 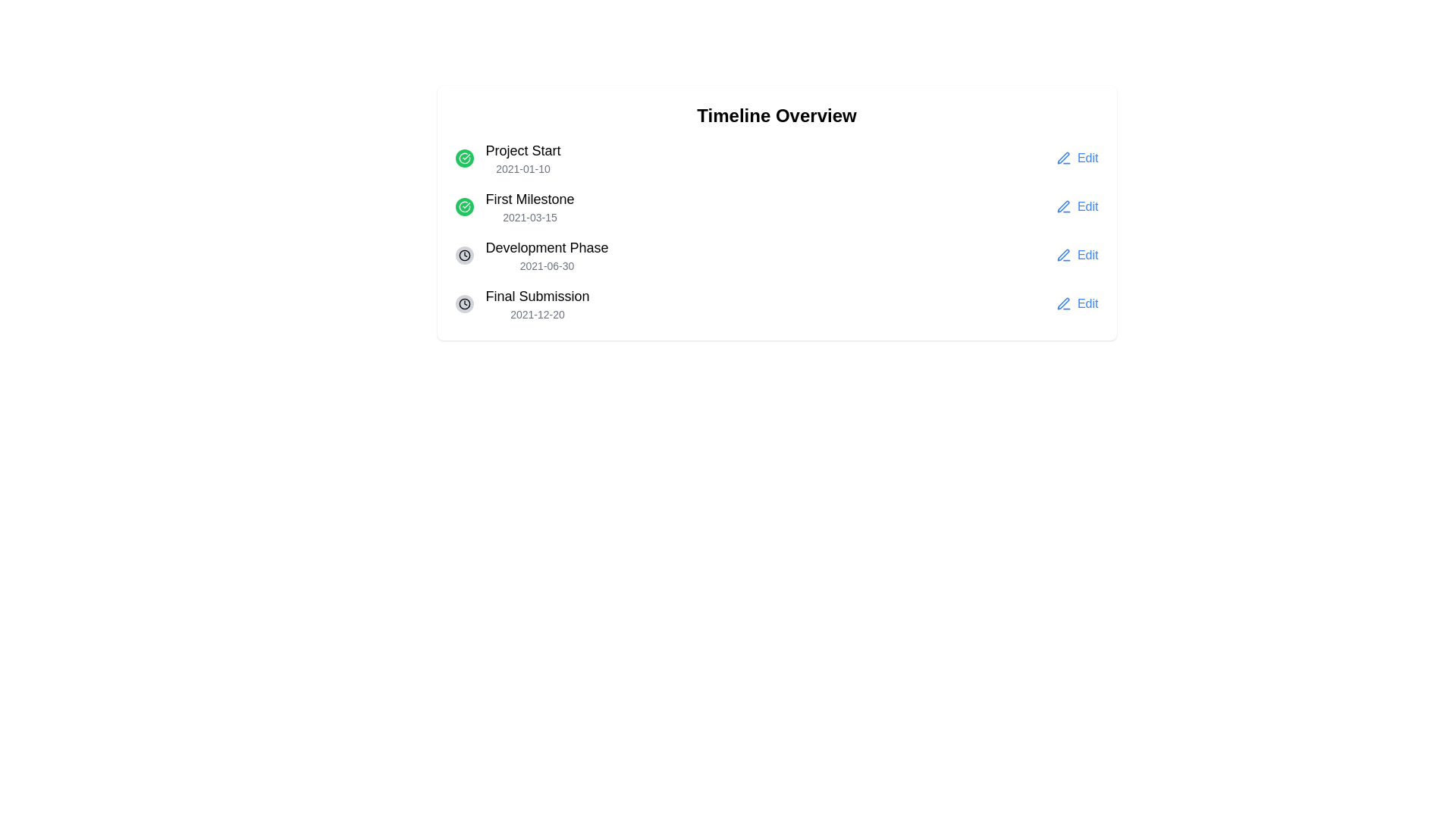 I want to click on the blue pen icon located to the right of the 'Final Submission' label in the last row of the timeline overview to initiate editing, so click(x=1062, y=304).